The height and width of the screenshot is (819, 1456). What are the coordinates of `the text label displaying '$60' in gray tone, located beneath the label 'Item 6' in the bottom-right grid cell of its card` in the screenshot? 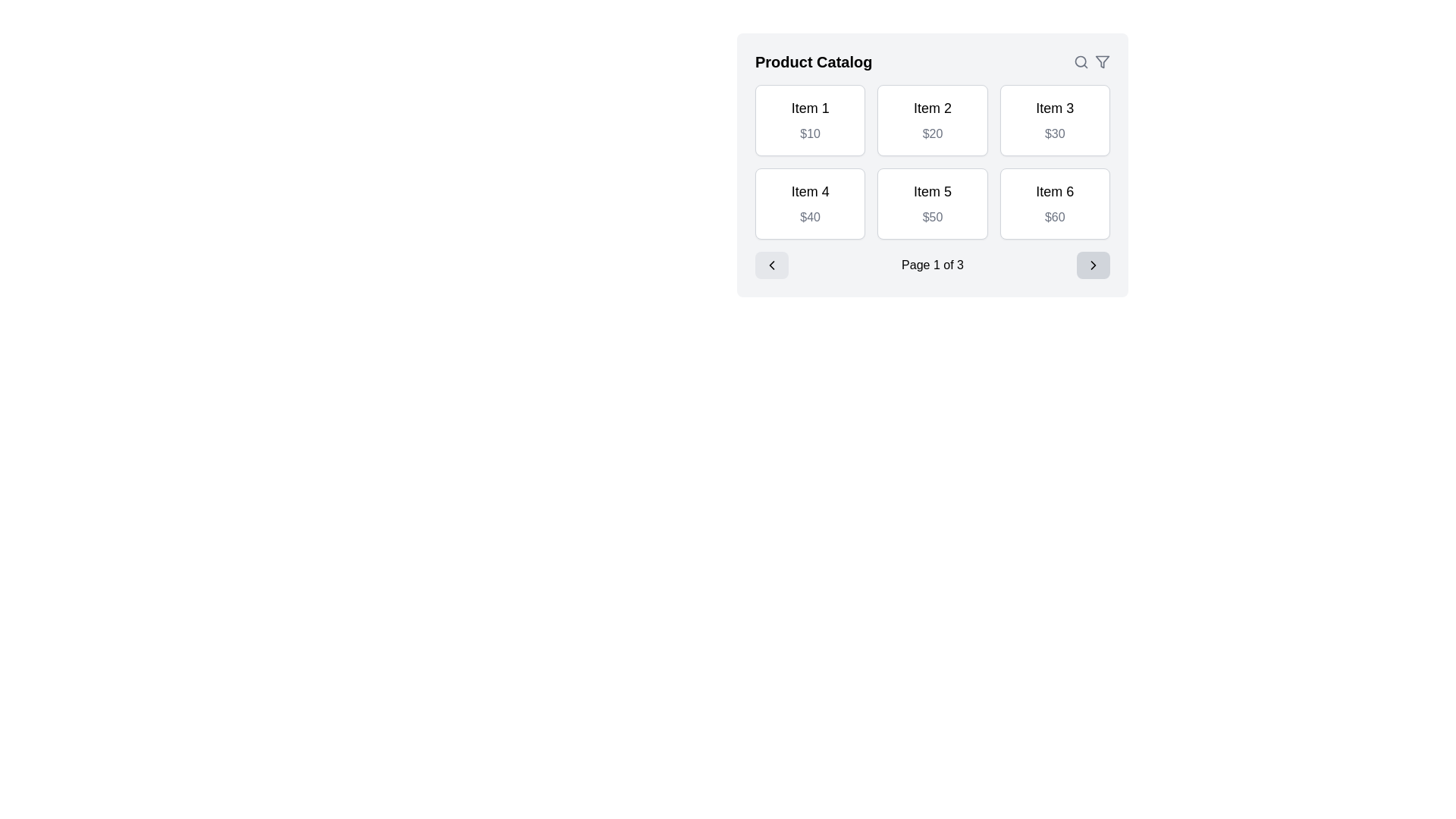 It's located at (1054, 217).